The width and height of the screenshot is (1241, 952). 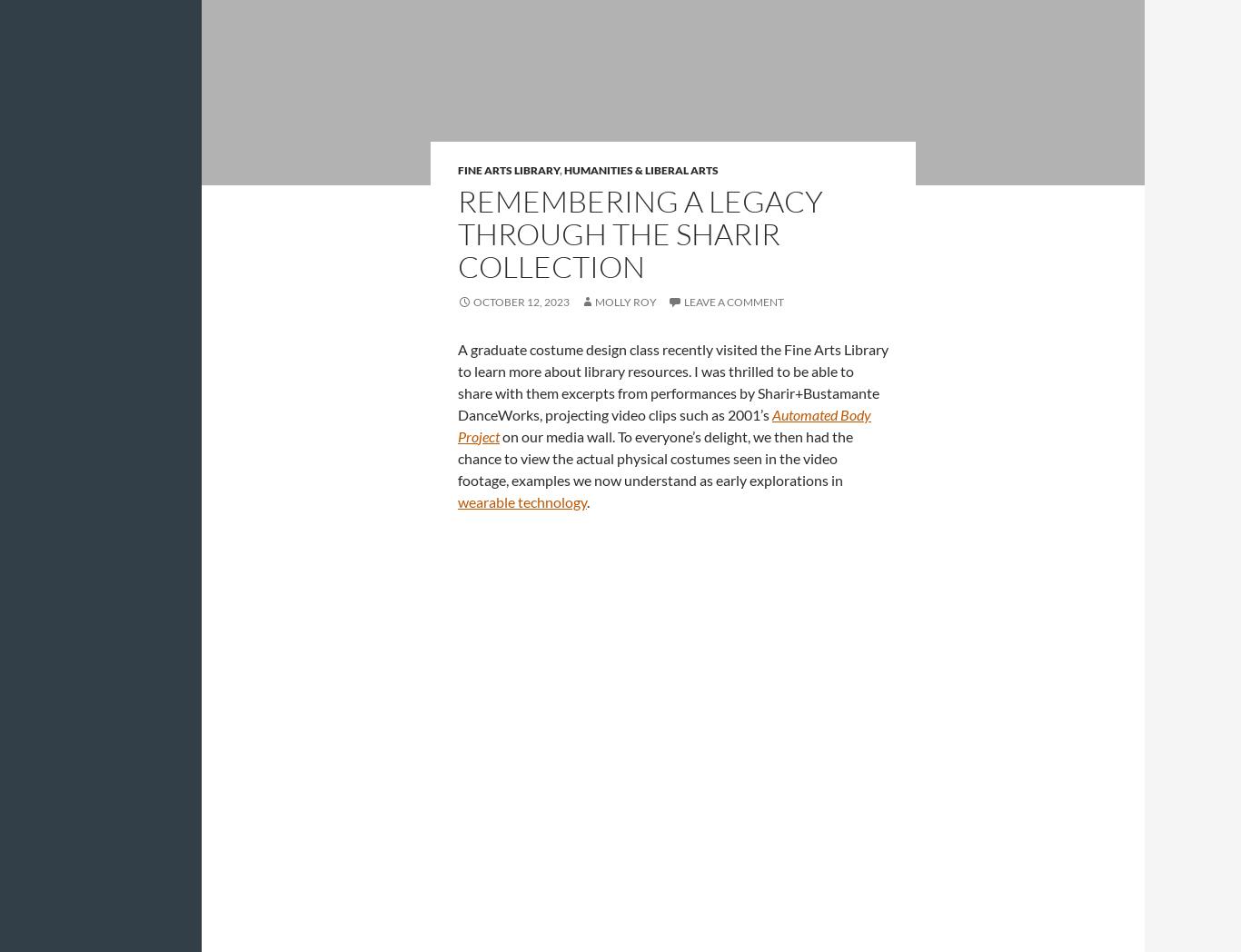 I want to click on '.', so click(x=587, y=500).